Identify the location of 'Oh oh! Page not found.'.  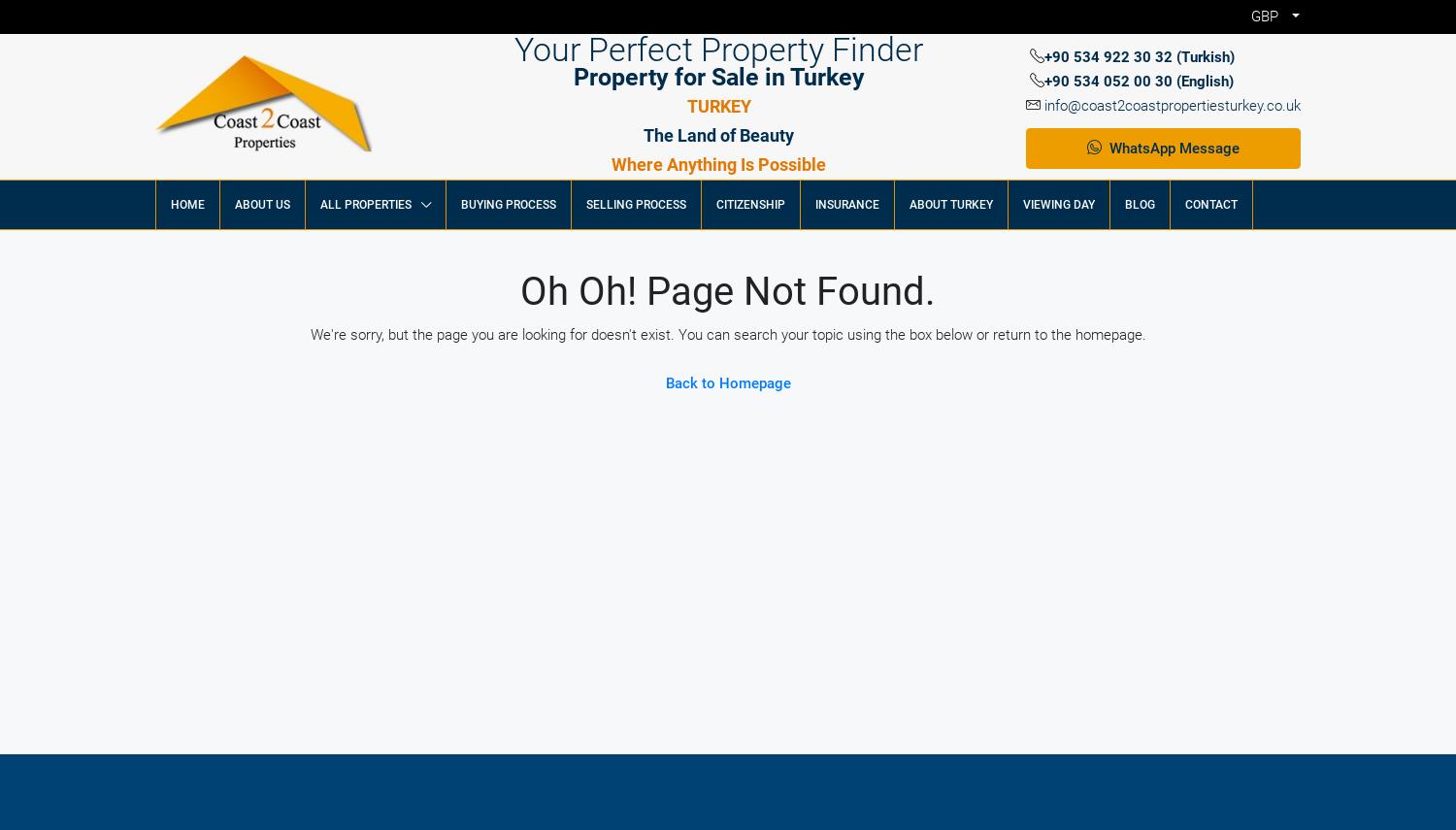
(728, 290).